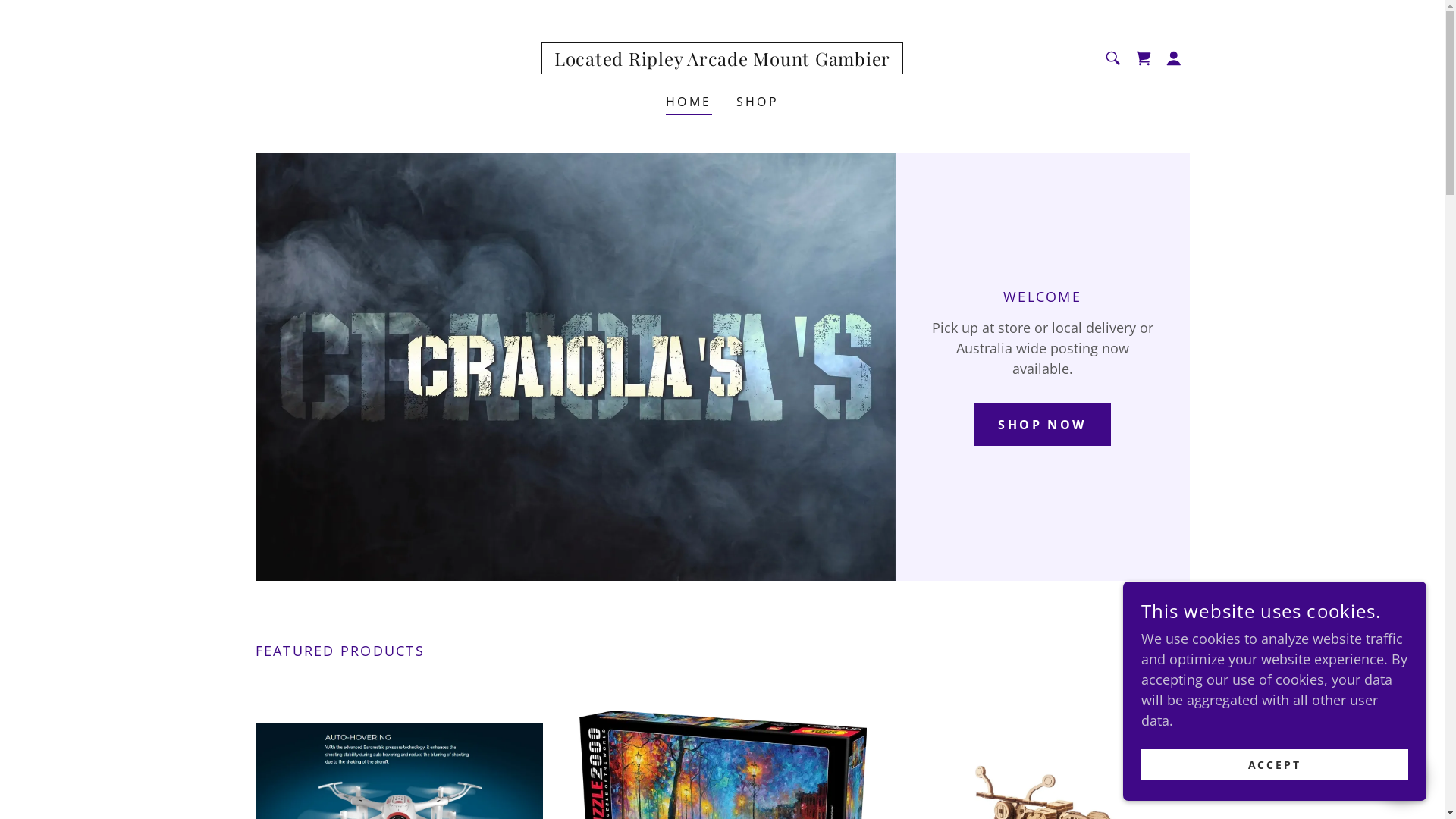 Image resolution: width=1456 pixels, height=819 pixels. I want to click on 'HOME', so click(688, 102).